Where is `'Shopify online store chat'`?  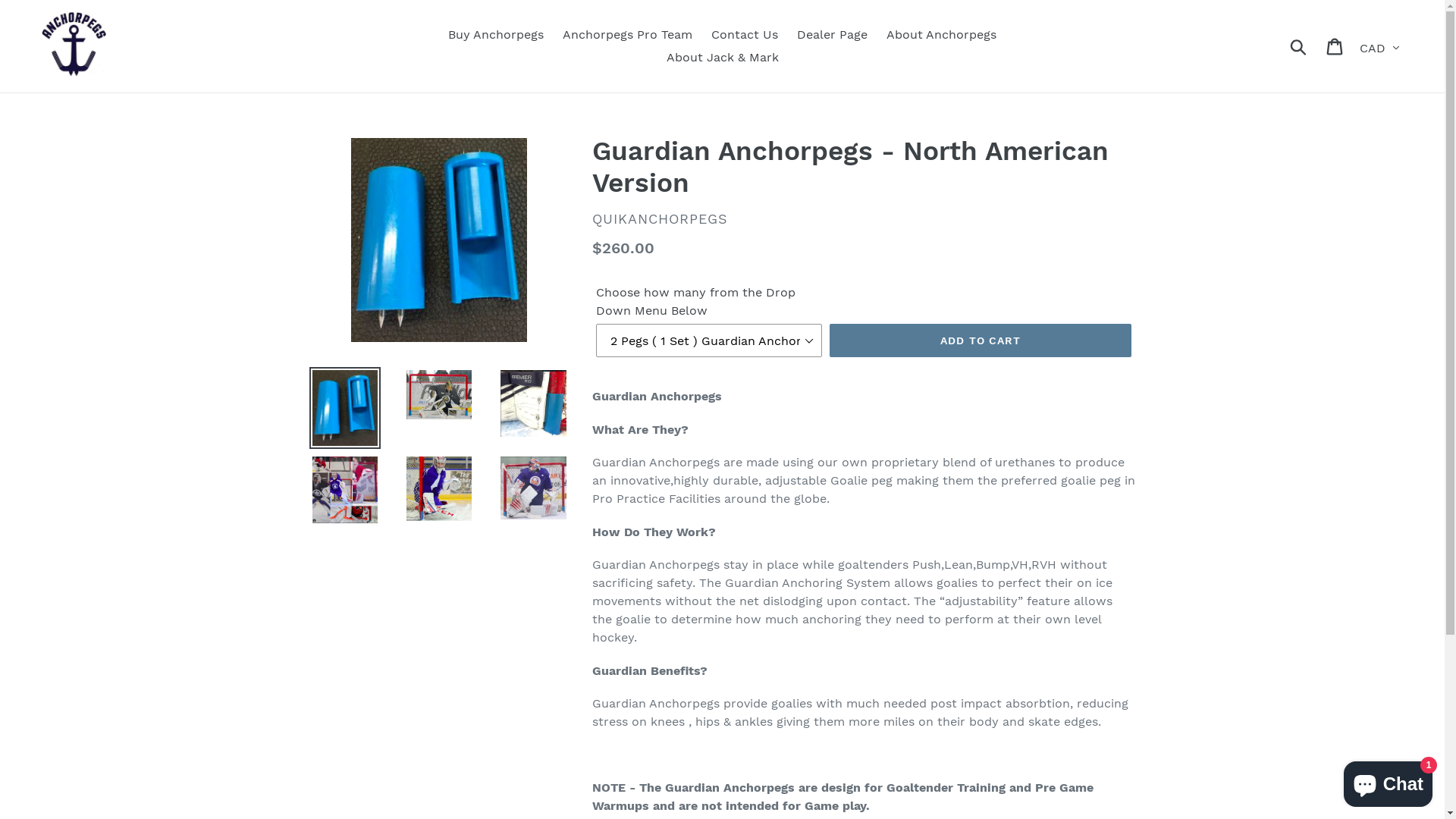 'Shopify online store chat' is located at coordinates (1388, 780).